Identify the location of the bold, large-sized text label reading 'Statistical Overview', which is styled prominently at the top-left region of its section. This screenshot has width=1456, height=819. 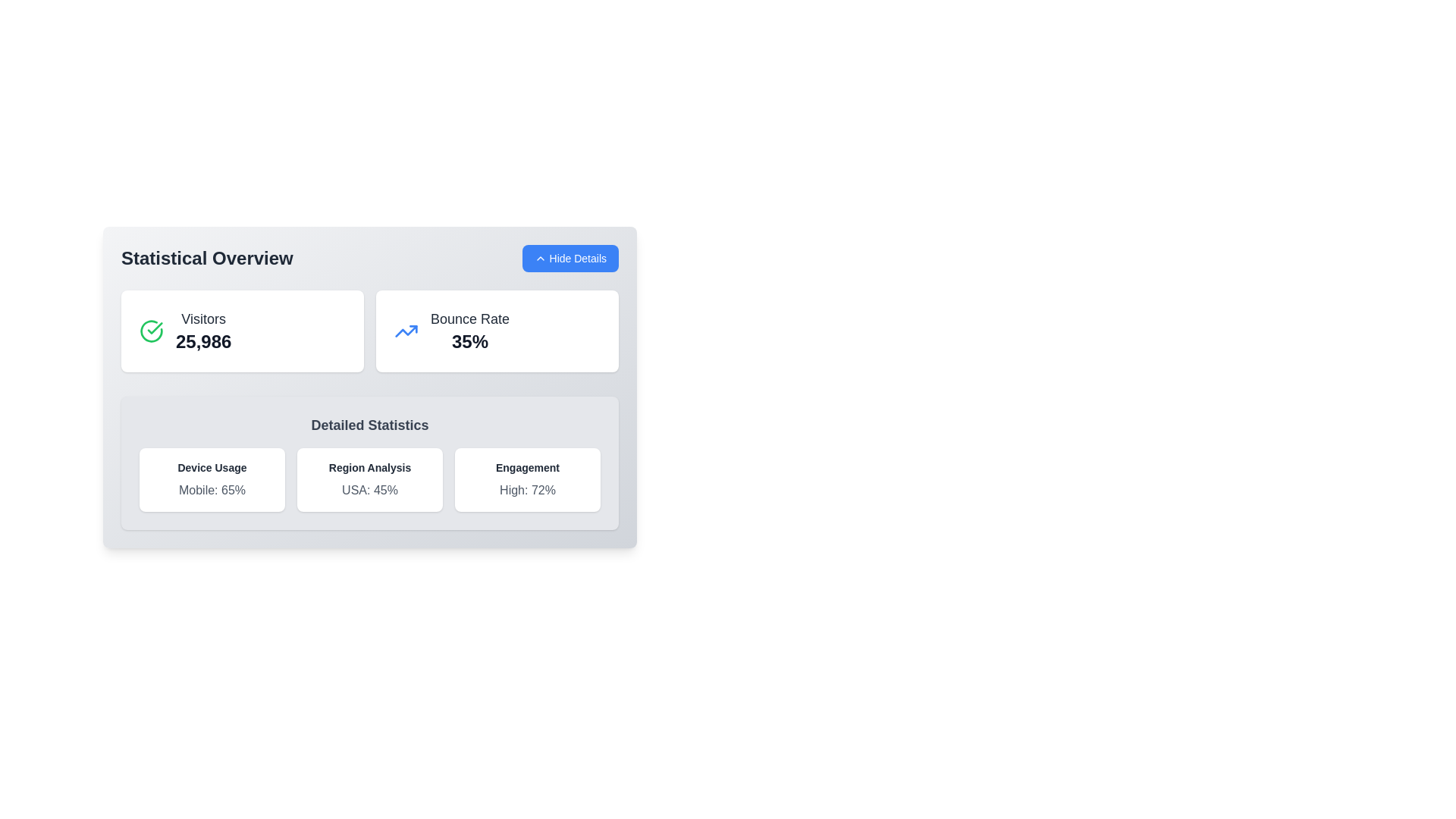
(206, 257).